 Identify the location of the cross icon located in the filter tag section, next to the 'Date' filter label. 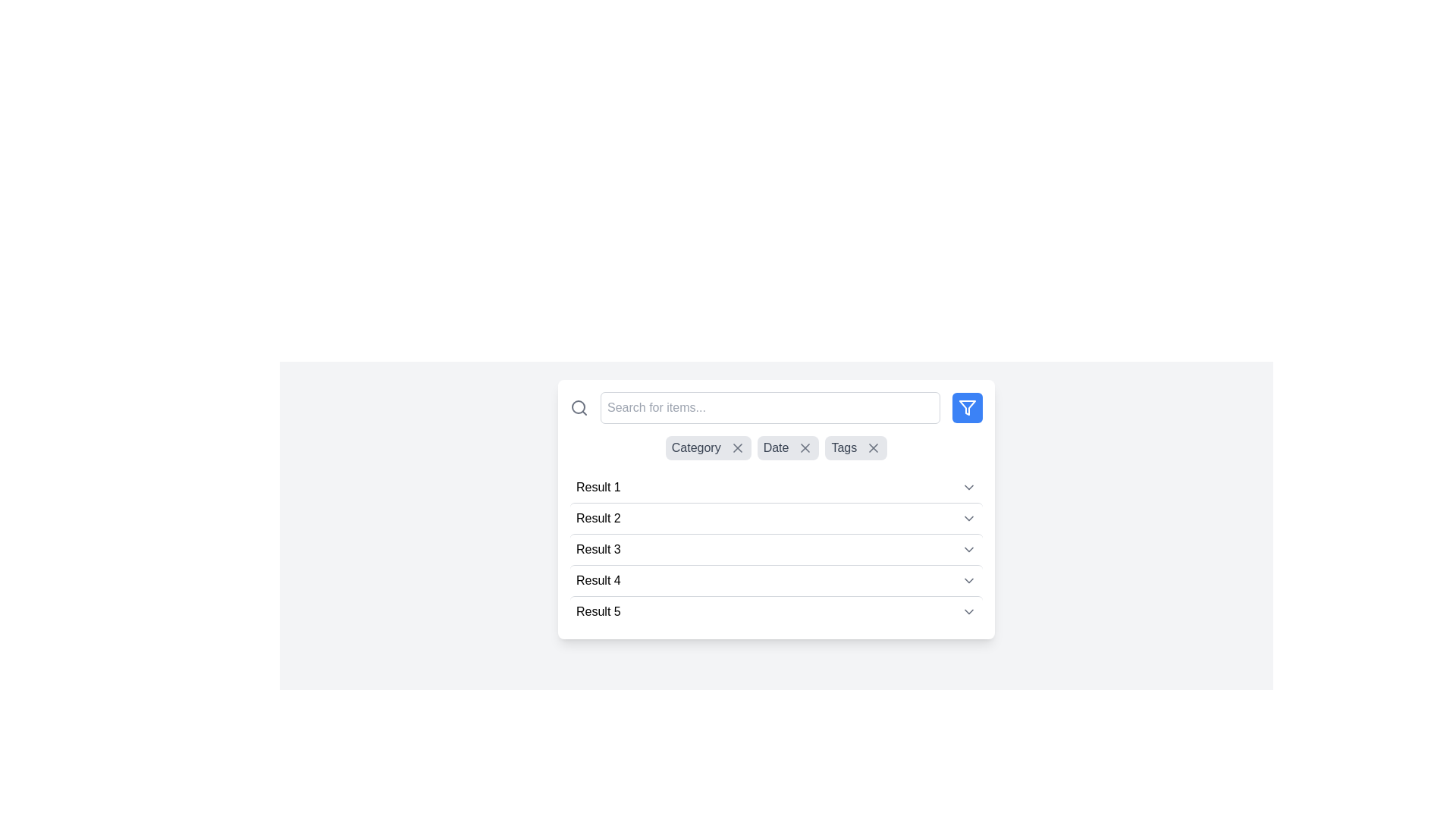
(805, 447).